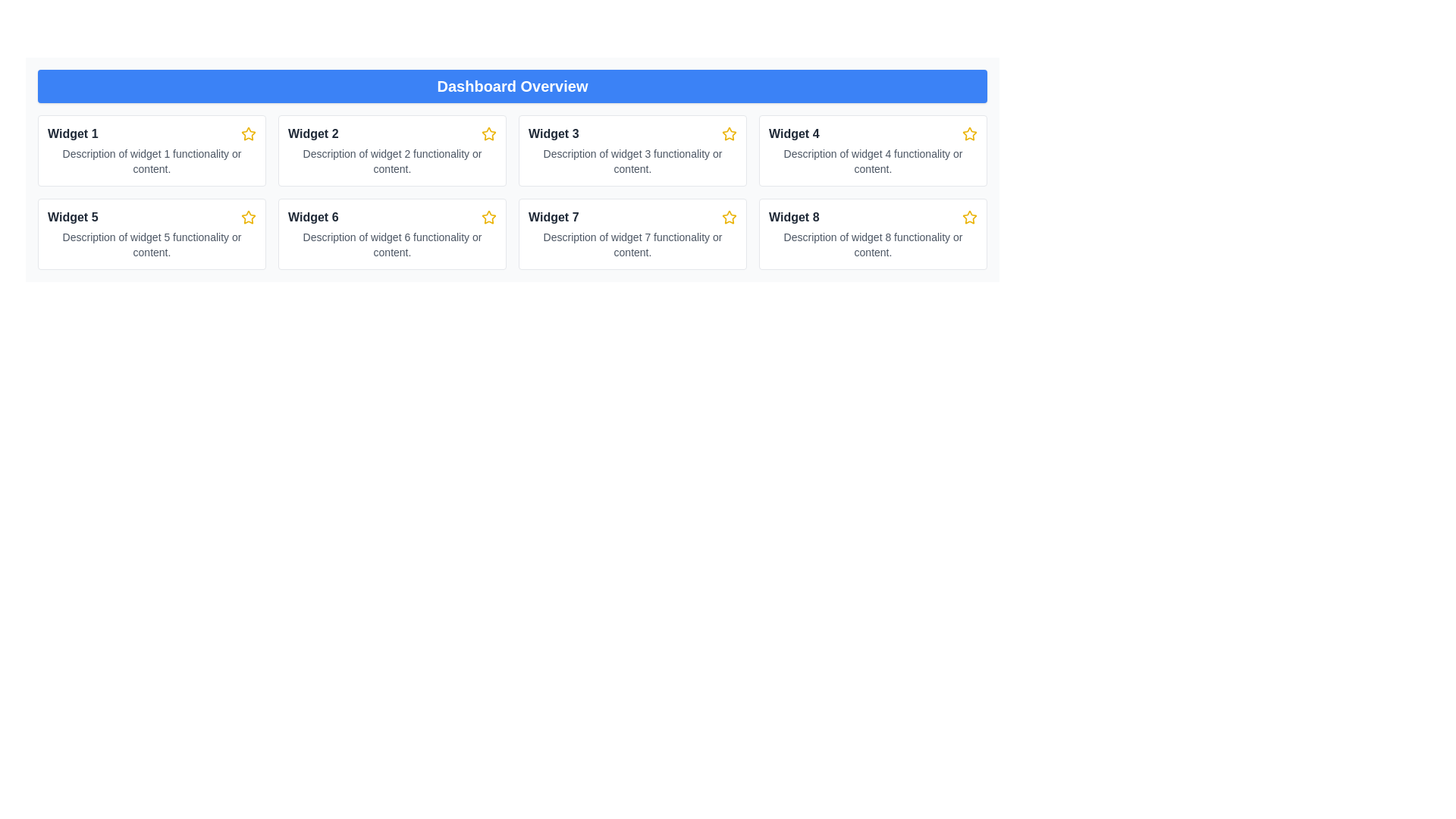 The height and width of the screenshot is (819, 1456). What do you see at coordinates (729, 217) in the screenshot?
I see `the star icon located in the top-right corner of the 'Widget 7' card, which is in the second row and third column of the grid layout` at bounding box center [729, 217].